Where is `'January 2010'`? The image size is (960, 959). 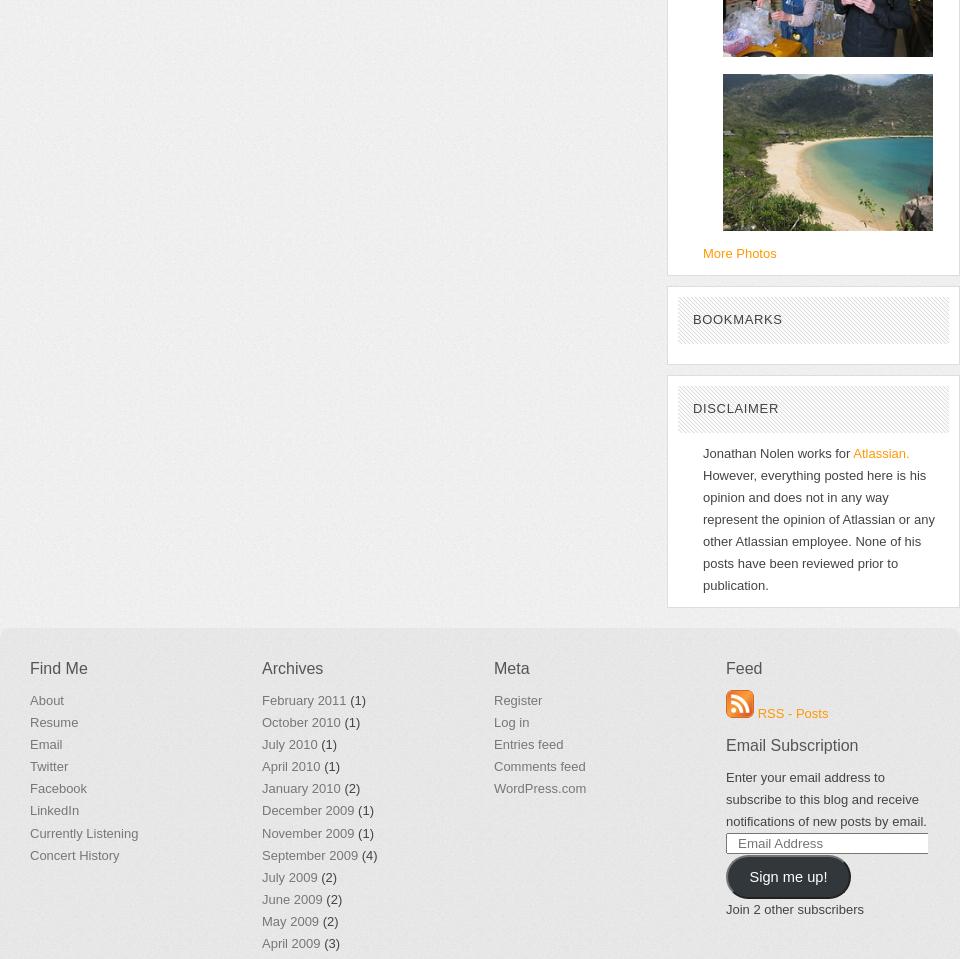 'January 2010' is located at coordinates (299, 788).